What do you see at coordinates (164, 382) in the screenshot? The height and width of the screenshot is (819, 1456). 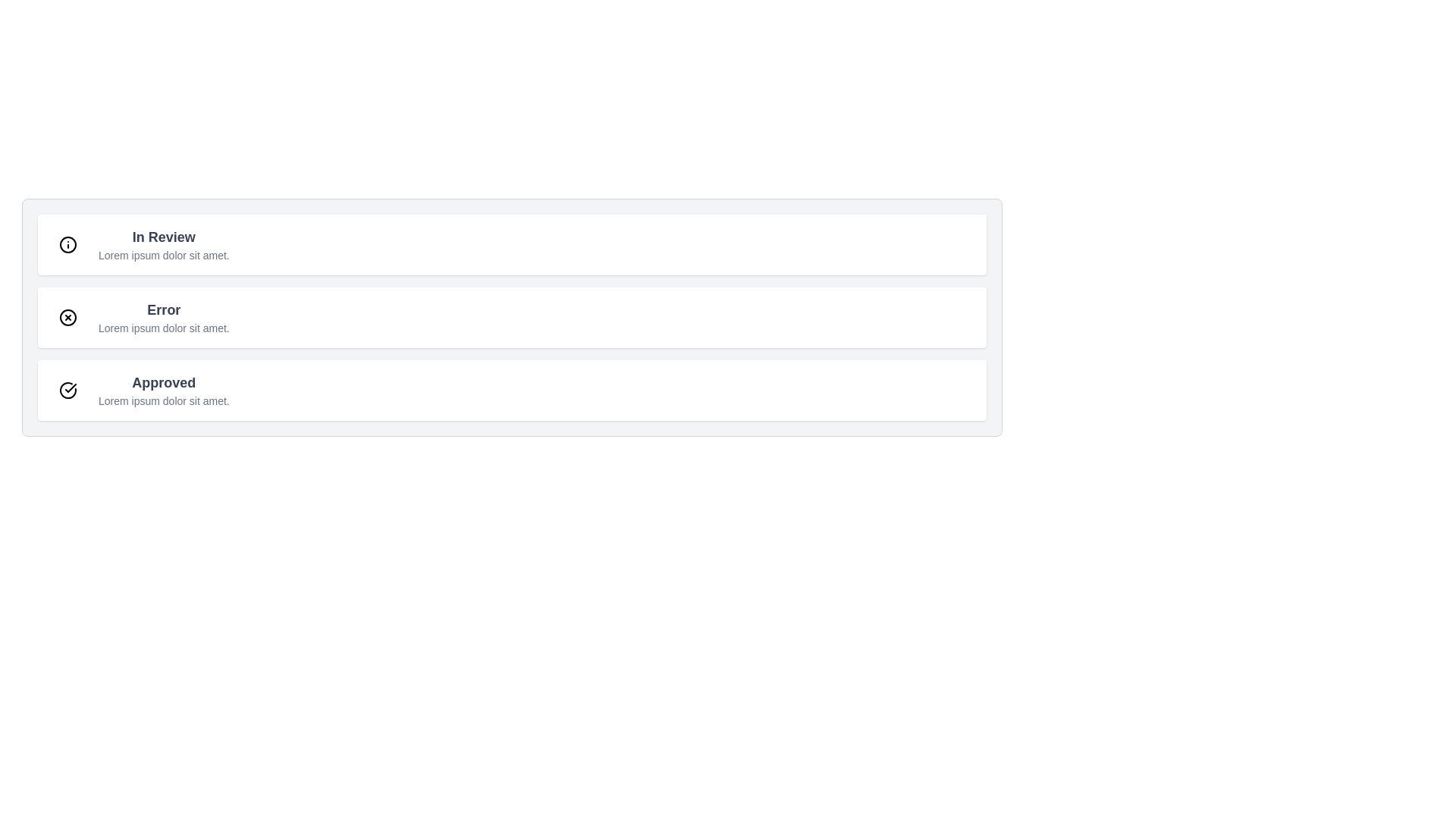 I see `the Static Text element displaying 'Approved', which is a bold gray label aligned to the left, located on the third row of approval statuses` at bounding box center [164, 382].